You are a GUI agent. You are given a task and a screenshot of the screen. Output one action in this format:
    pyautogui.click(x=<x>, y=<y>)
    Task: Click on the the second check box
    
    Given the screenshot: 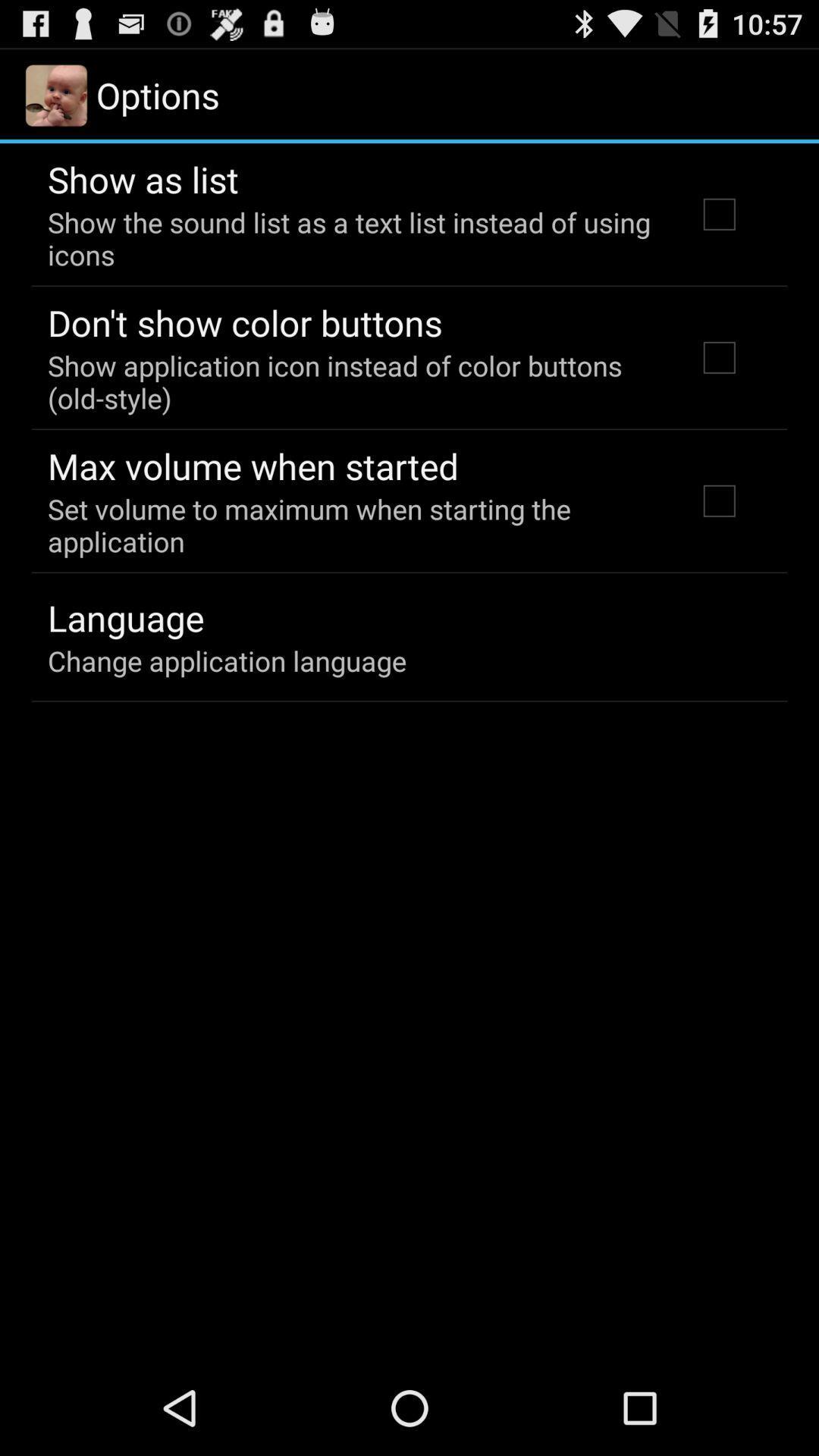 What is the action you would take?
    pyautogui.click(x=718, y=356)
    